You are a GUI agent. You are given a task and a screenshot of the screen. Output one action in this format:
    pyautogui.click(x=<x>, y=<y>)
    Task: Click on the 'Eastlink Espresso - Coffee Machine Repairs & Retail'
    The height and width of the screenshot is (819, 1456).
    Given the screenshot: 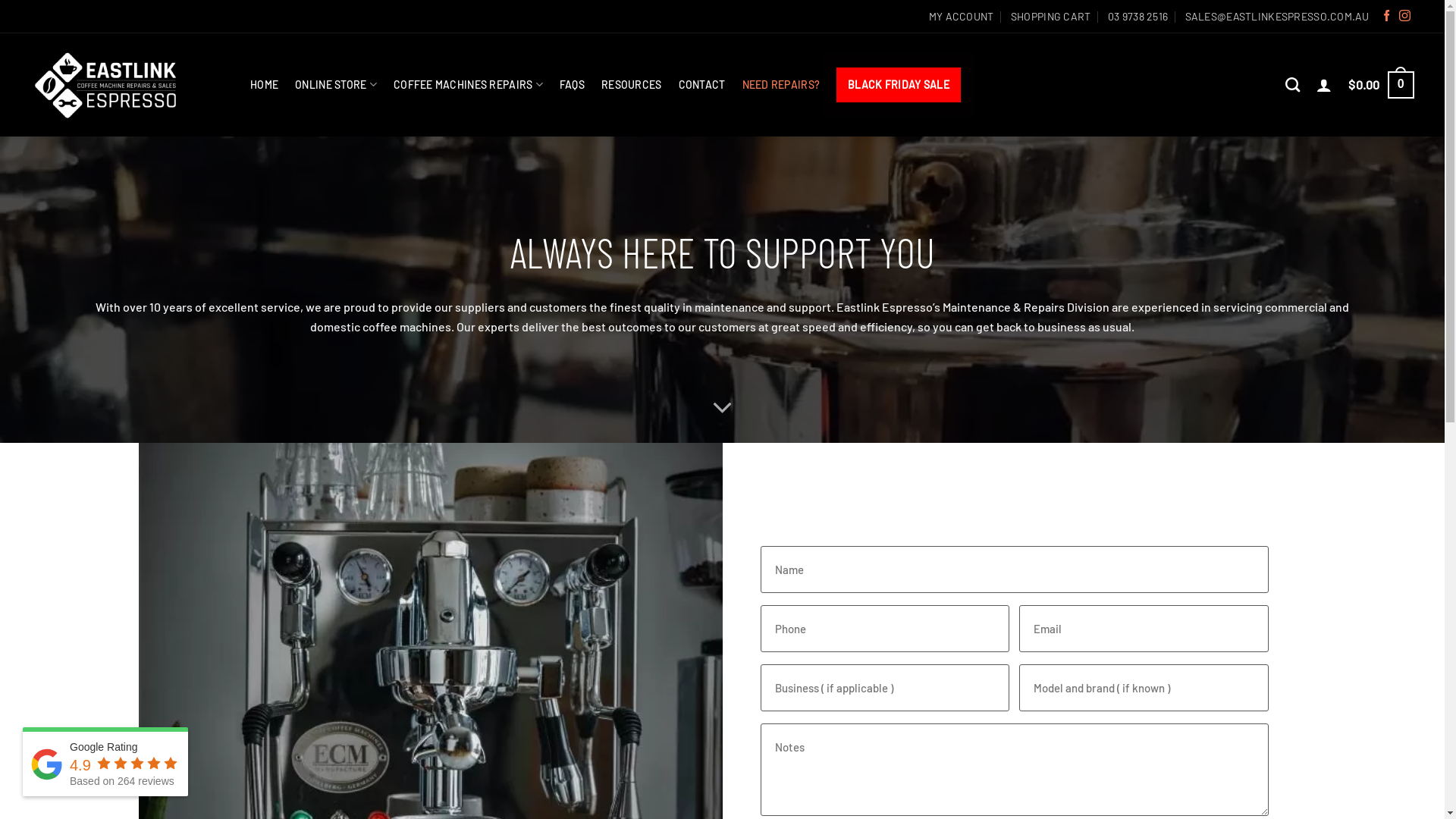 What is the action you would take?
    pyautogui.click(x=105, y=85)
    